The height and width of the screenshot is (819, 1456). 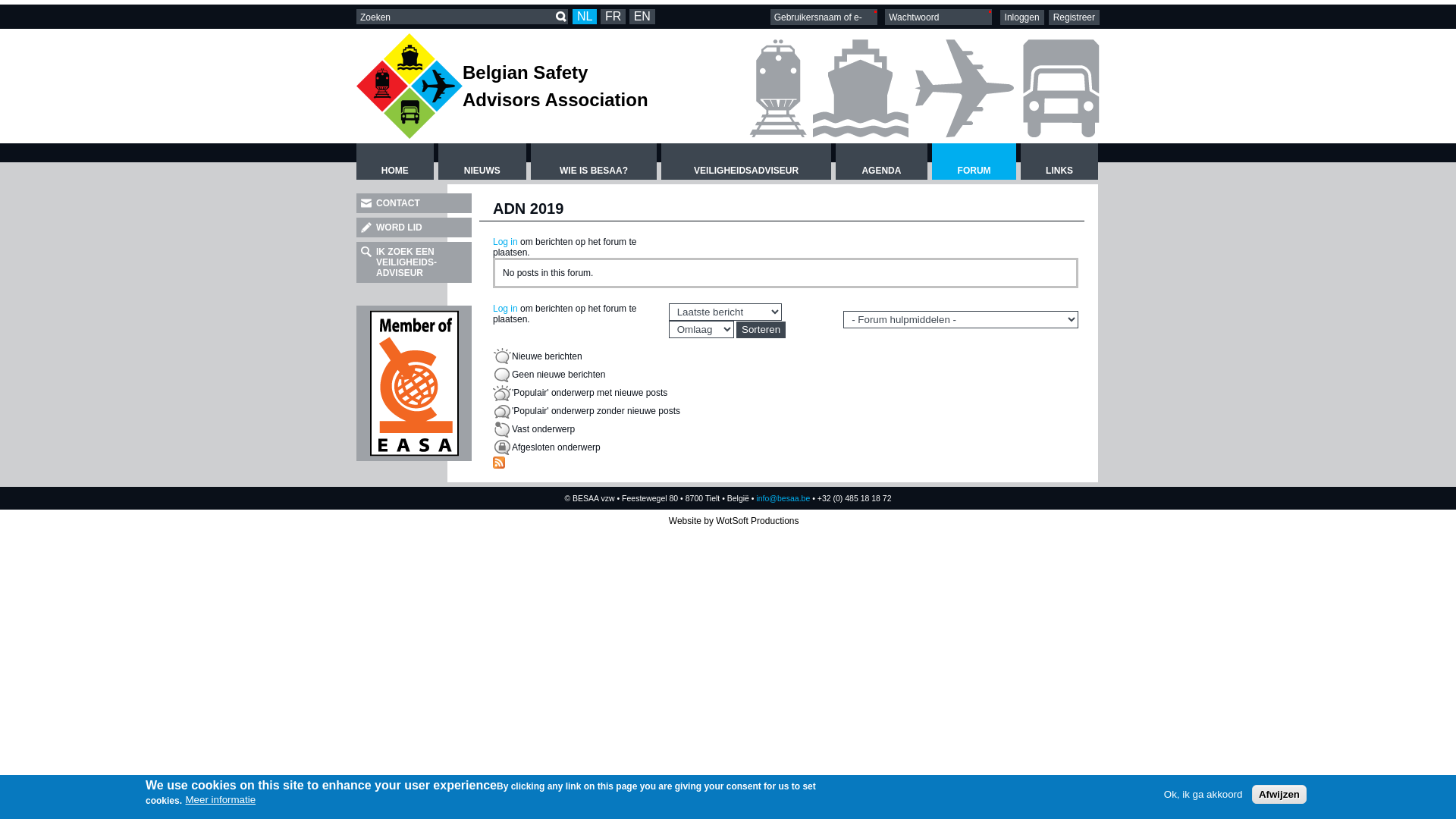 I want to click on 'EN', so click(x=642, y=17).